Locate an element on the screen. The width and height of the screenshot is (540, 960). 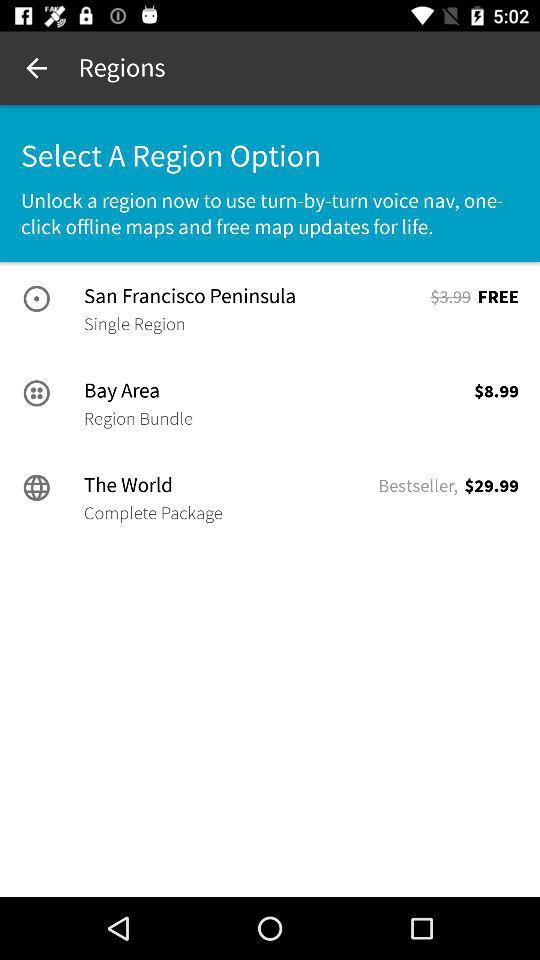
icon above the select a region icon is located at coordinates (36, 68).